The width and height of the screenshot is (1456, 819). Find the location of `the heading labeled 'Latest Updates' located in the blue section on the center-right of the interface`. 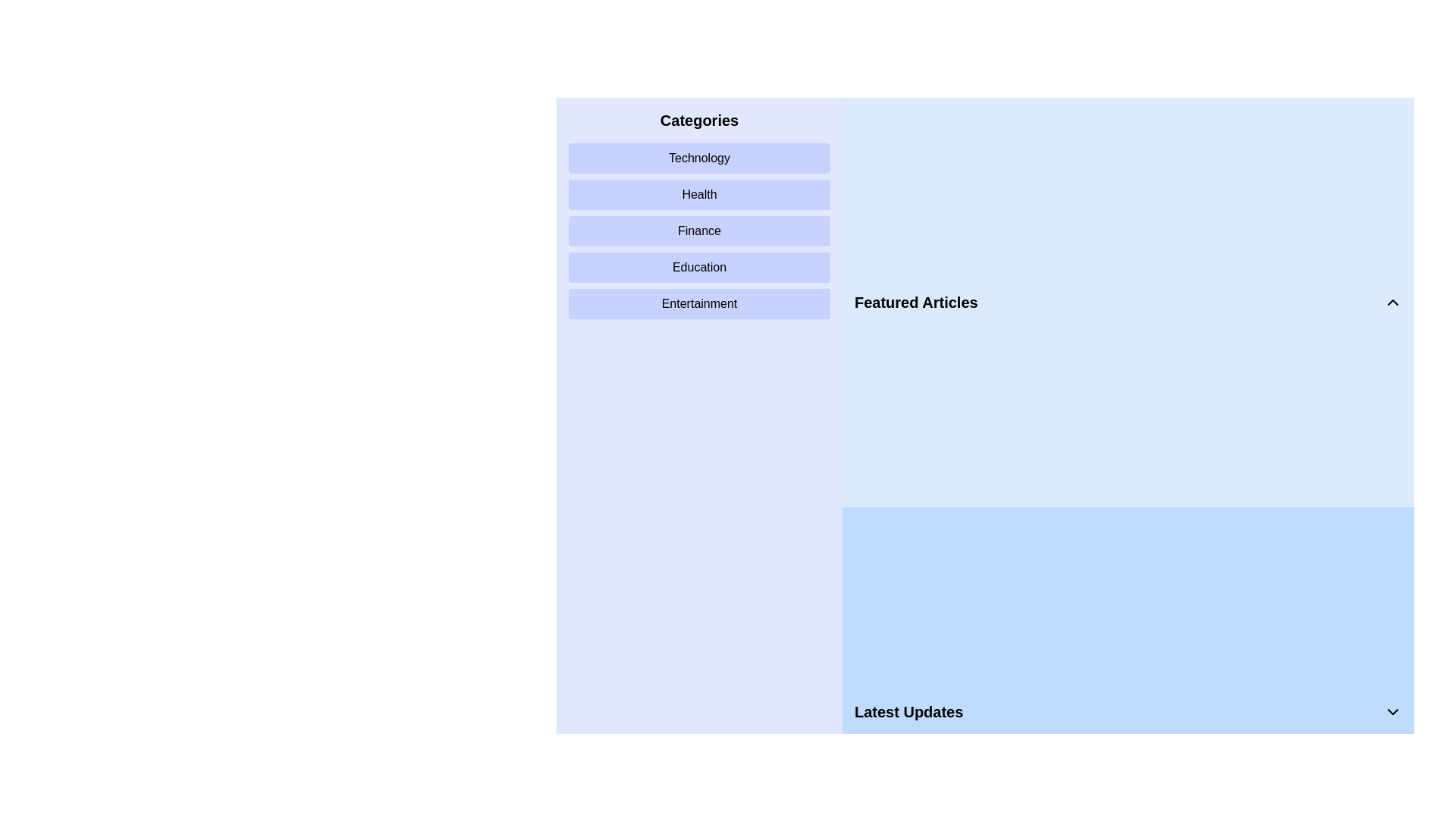

the heading labeled 'Latest Updates' located in the blue section on the center-right of the interface is located at coordinates (908, 711).